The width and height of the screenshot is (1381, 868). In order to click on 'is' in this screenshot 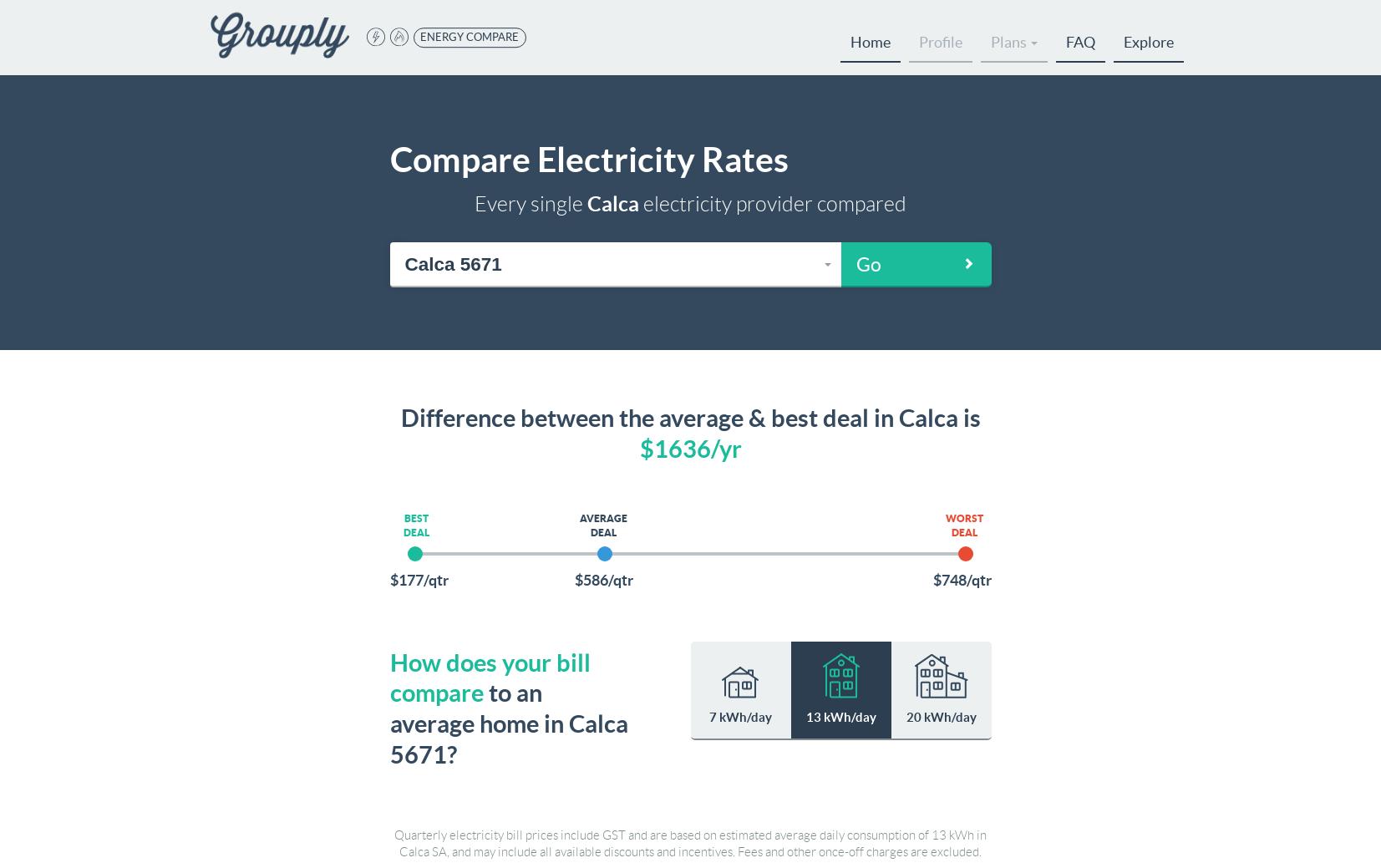, I will do `click(968, 416)`.